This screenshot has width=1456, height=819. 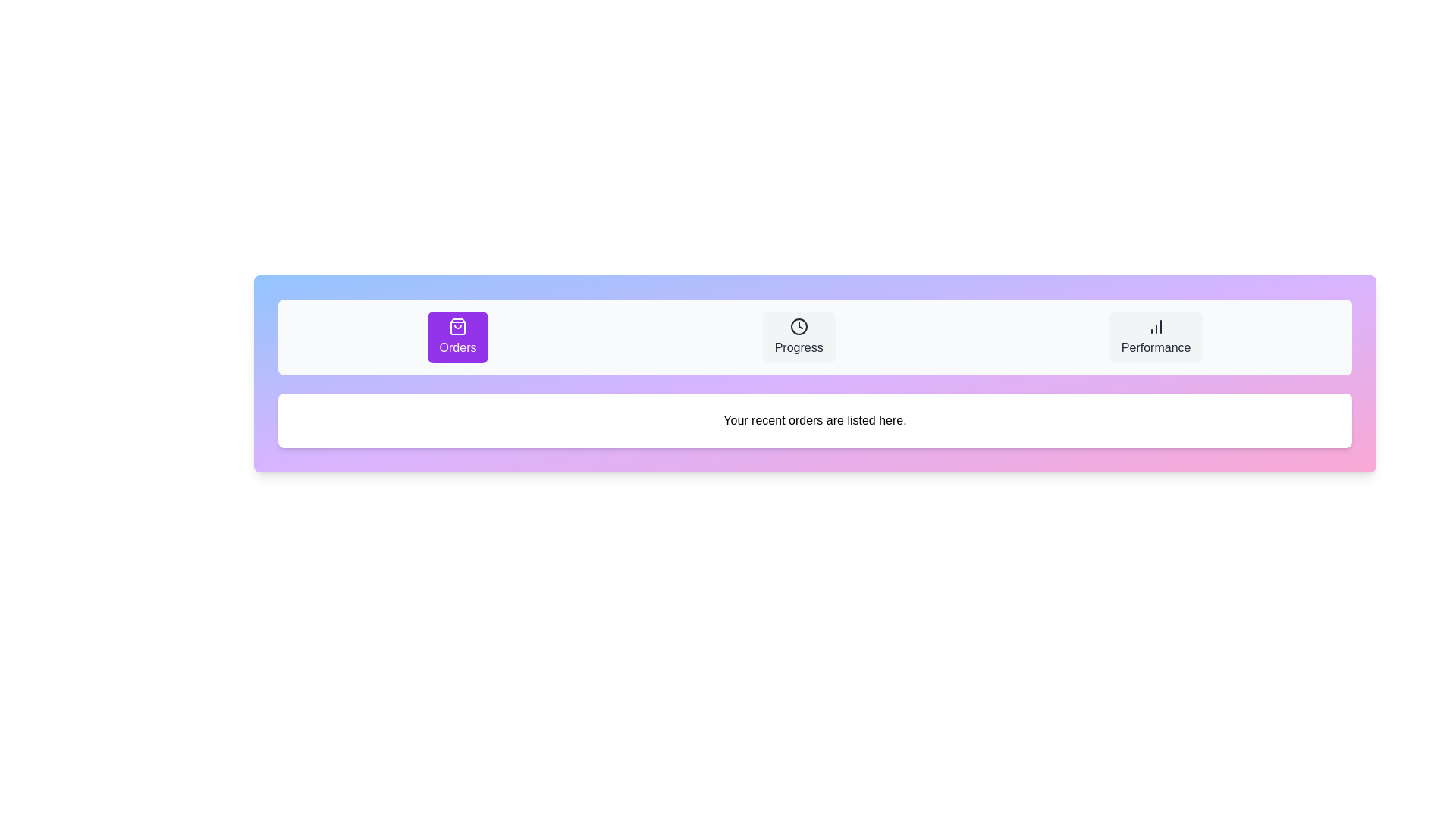 What do you see at coordinates (1155, 336) in the screenshot?
I see `the button labeled 'Performance' with an icon of growing vertical bars` at bounding box center [1155, 336].